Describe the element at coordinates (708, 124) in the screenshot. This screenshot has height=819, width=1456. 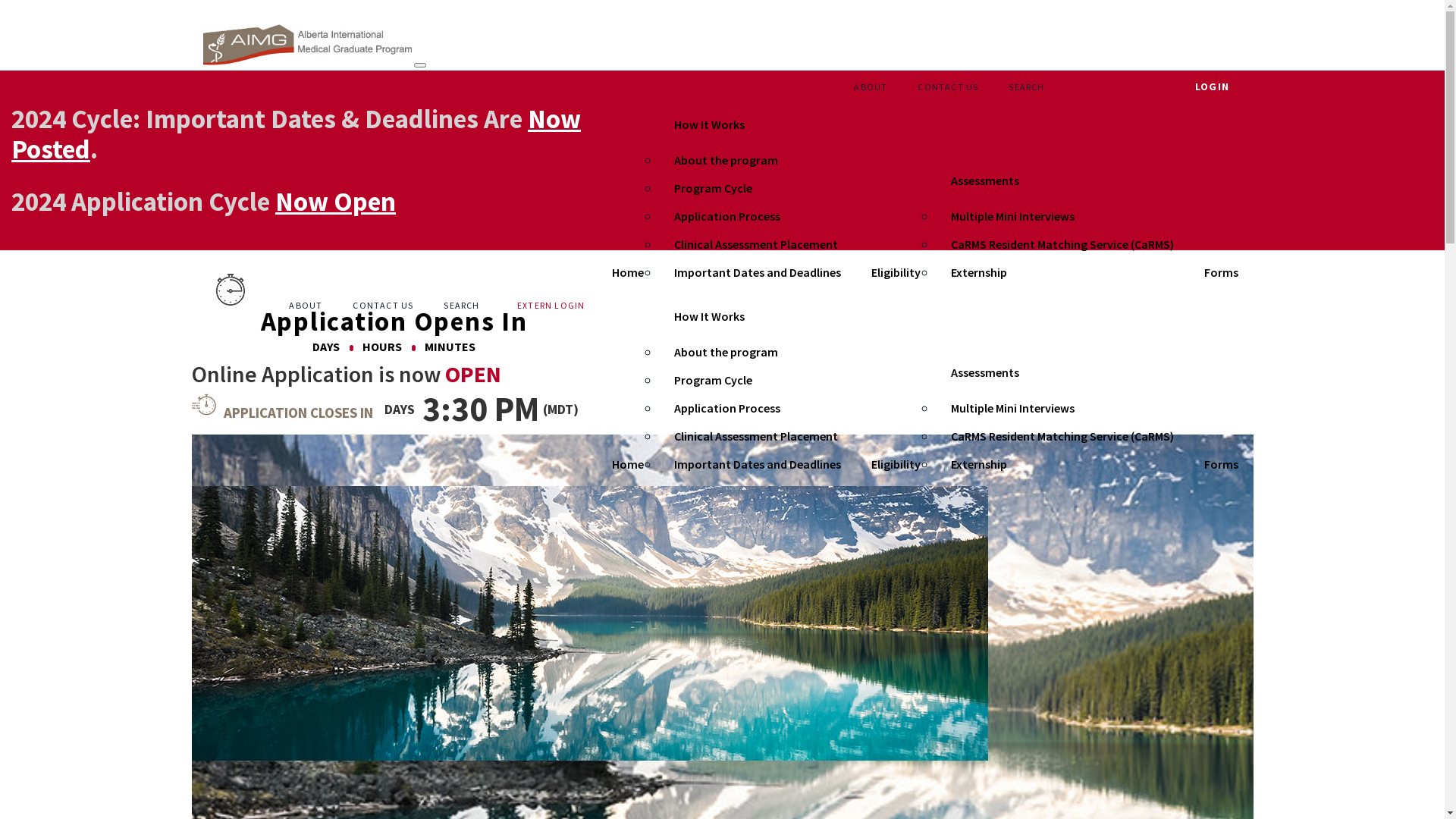
I see `'How It Works'` at that location.